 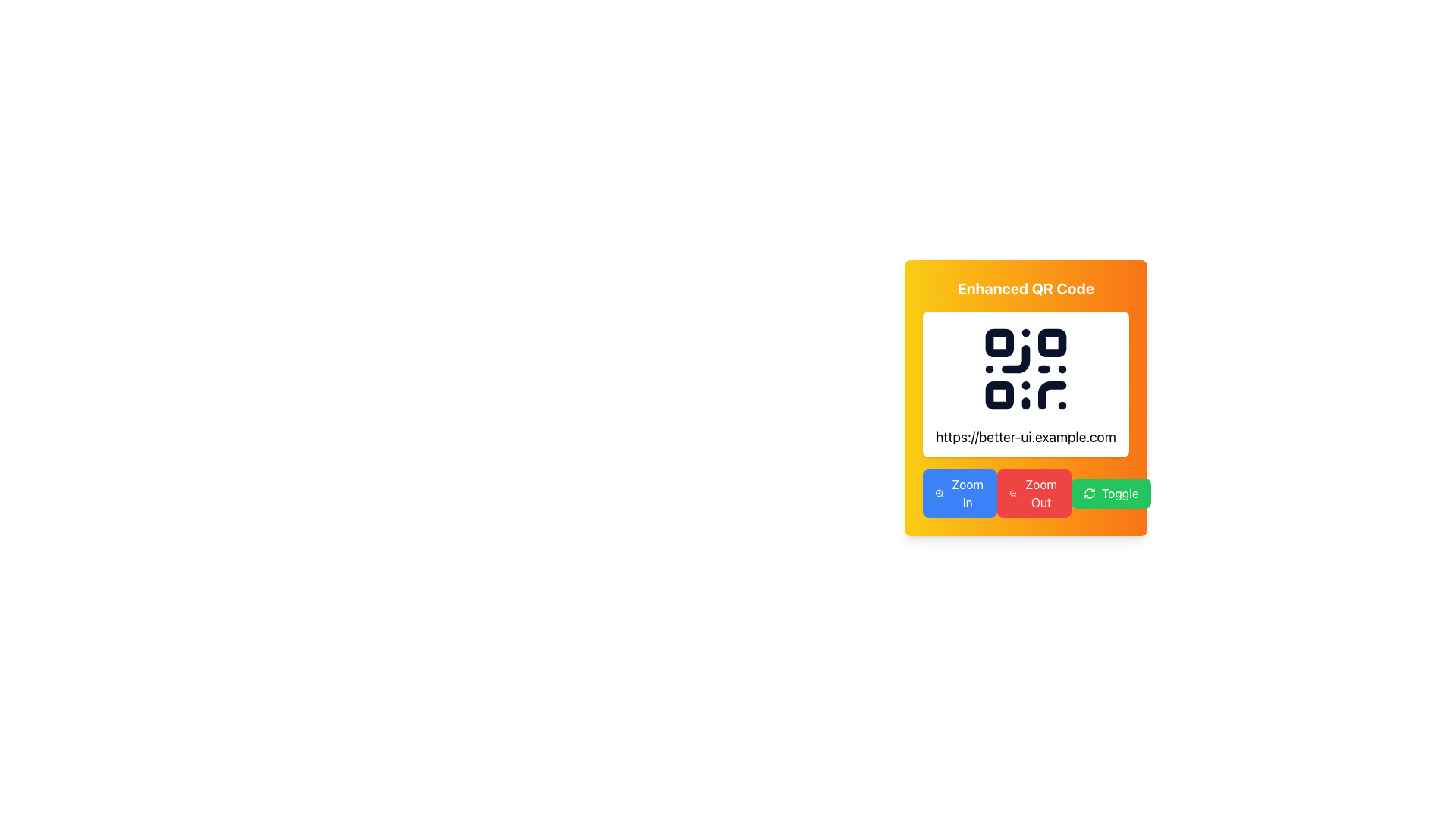 I want to click on the 'Zoom In' button located at the bottom-left corner of the panel containing the QR code, which is the first button in a horizontal group of buttons that includes 'Zoom Out' and 'Toggle', so click(x=959, y=494).